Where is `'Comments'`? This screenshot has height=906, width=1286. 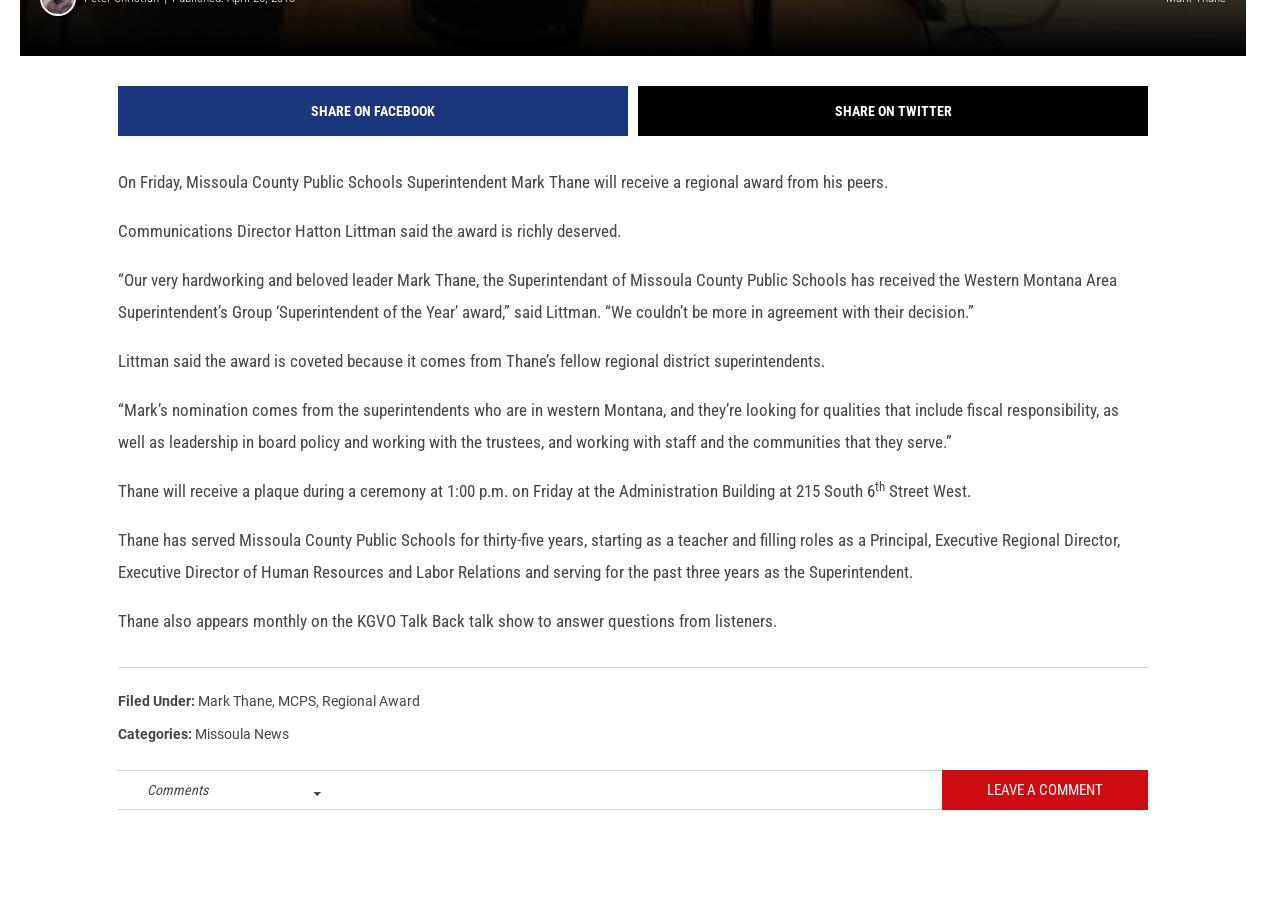 'Comments' is located at coordinates (177, 816).